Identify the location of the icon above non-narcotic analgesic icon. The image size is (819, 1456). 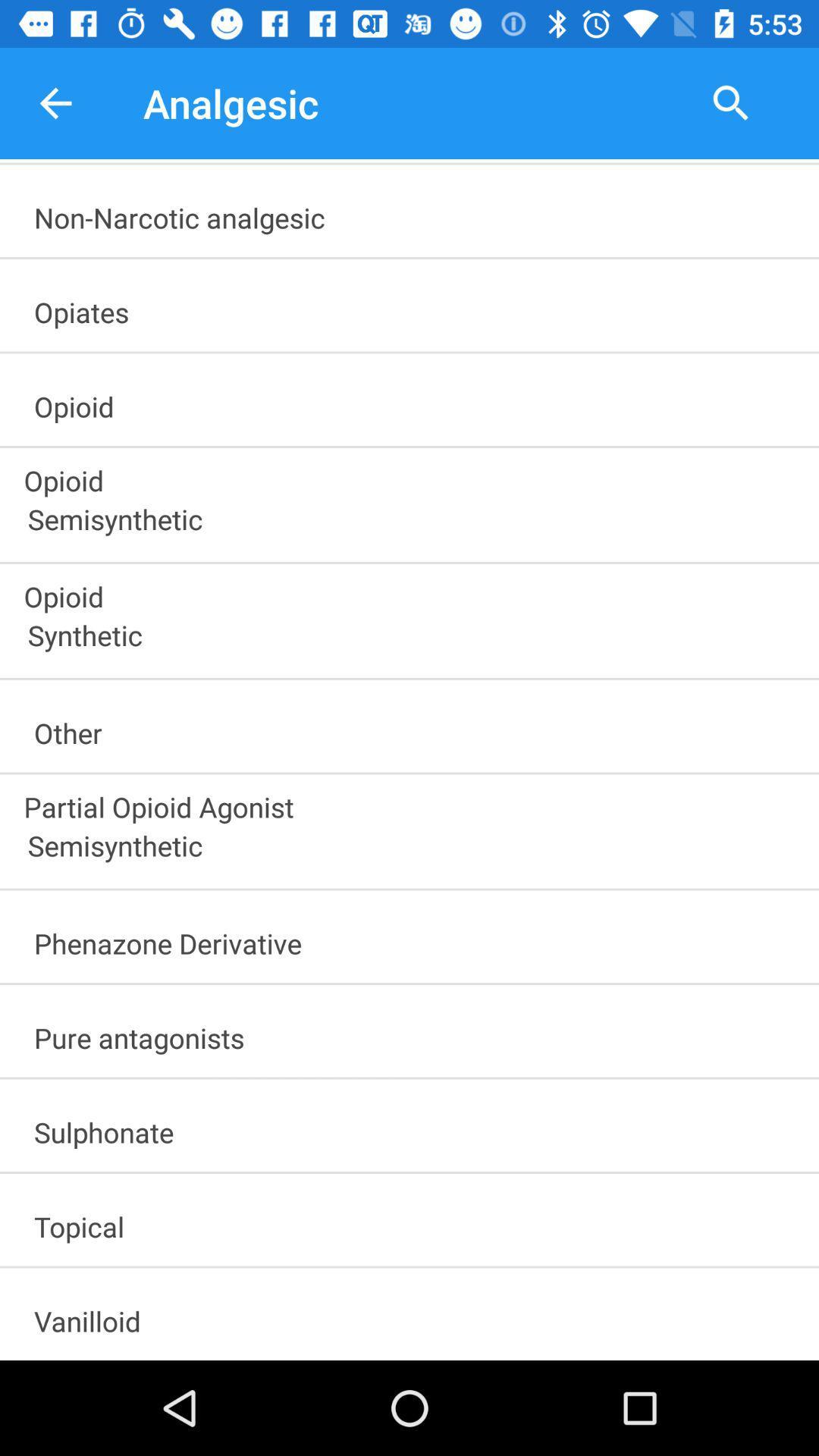
(55, 102).